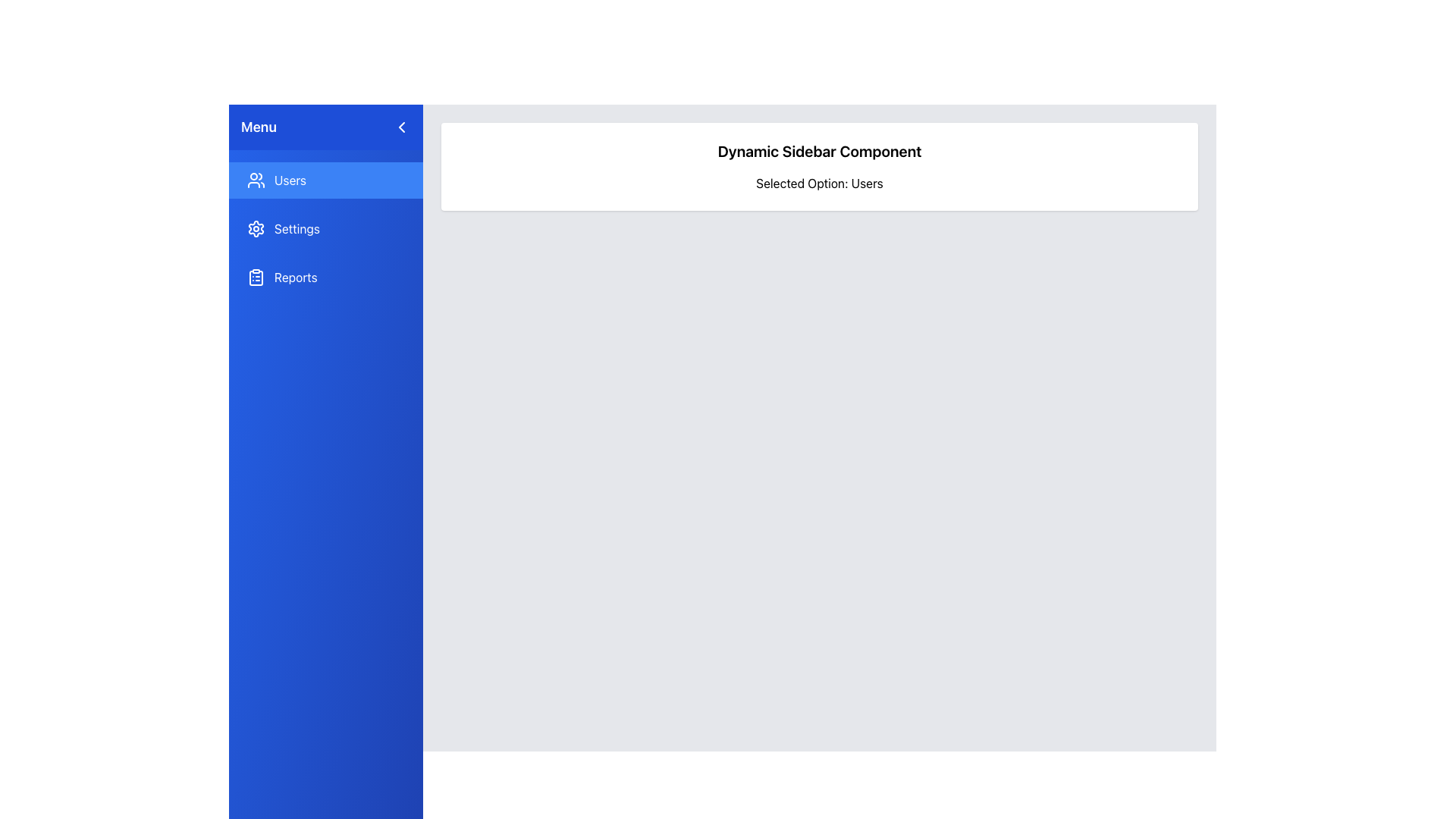 This screenshot has height=819, width=1456. What do you see at coordinates (256, 228) in the screenshot?
I see `the cogwheel settings icon located in the sidebar menu under the 'Settings' item` at bounding box center [256, 228].